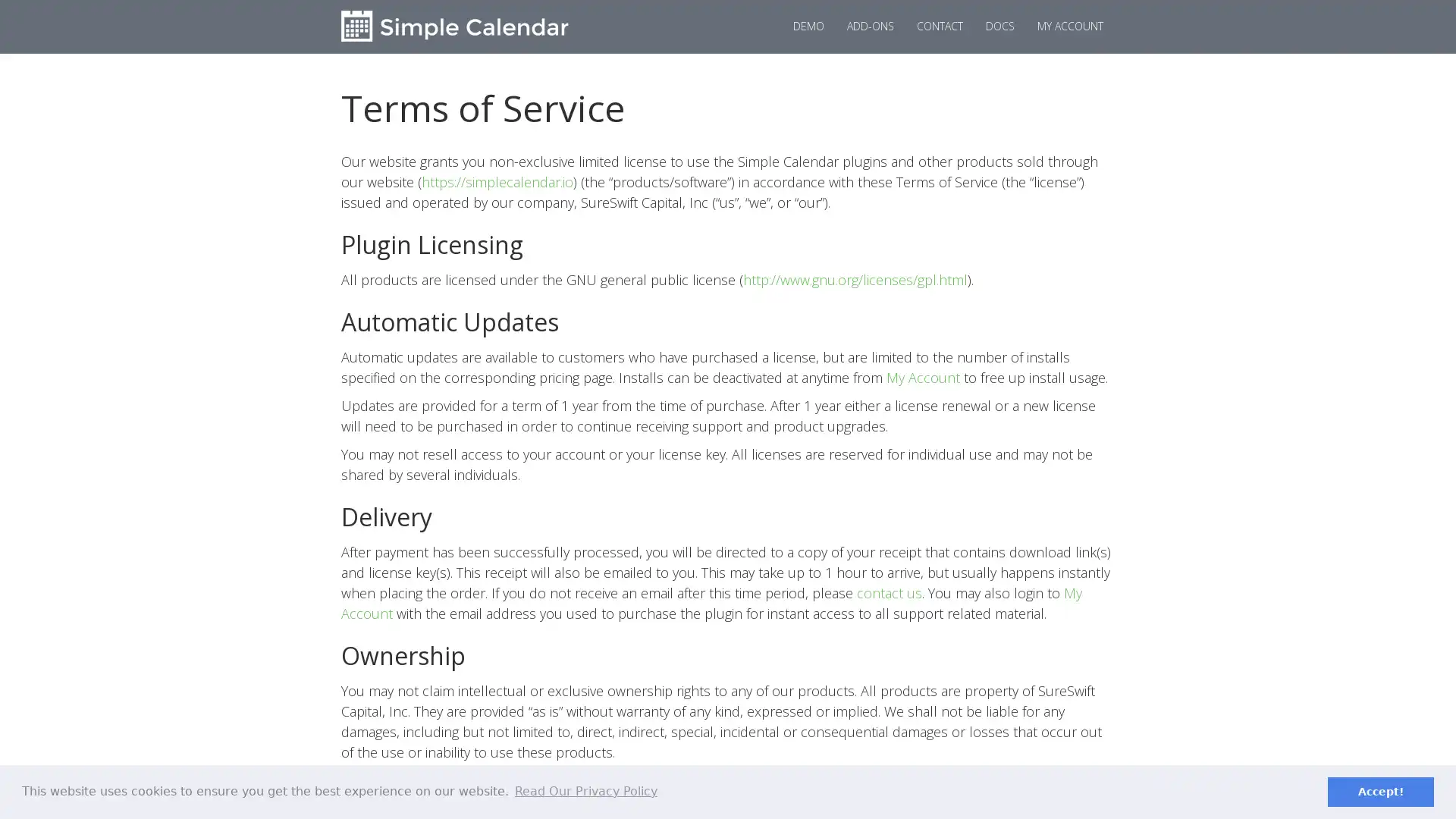 Image resolution: width=1456 pixels, height=819 pixels. I want to click on dismiss cookie message, so click(1380, 791).